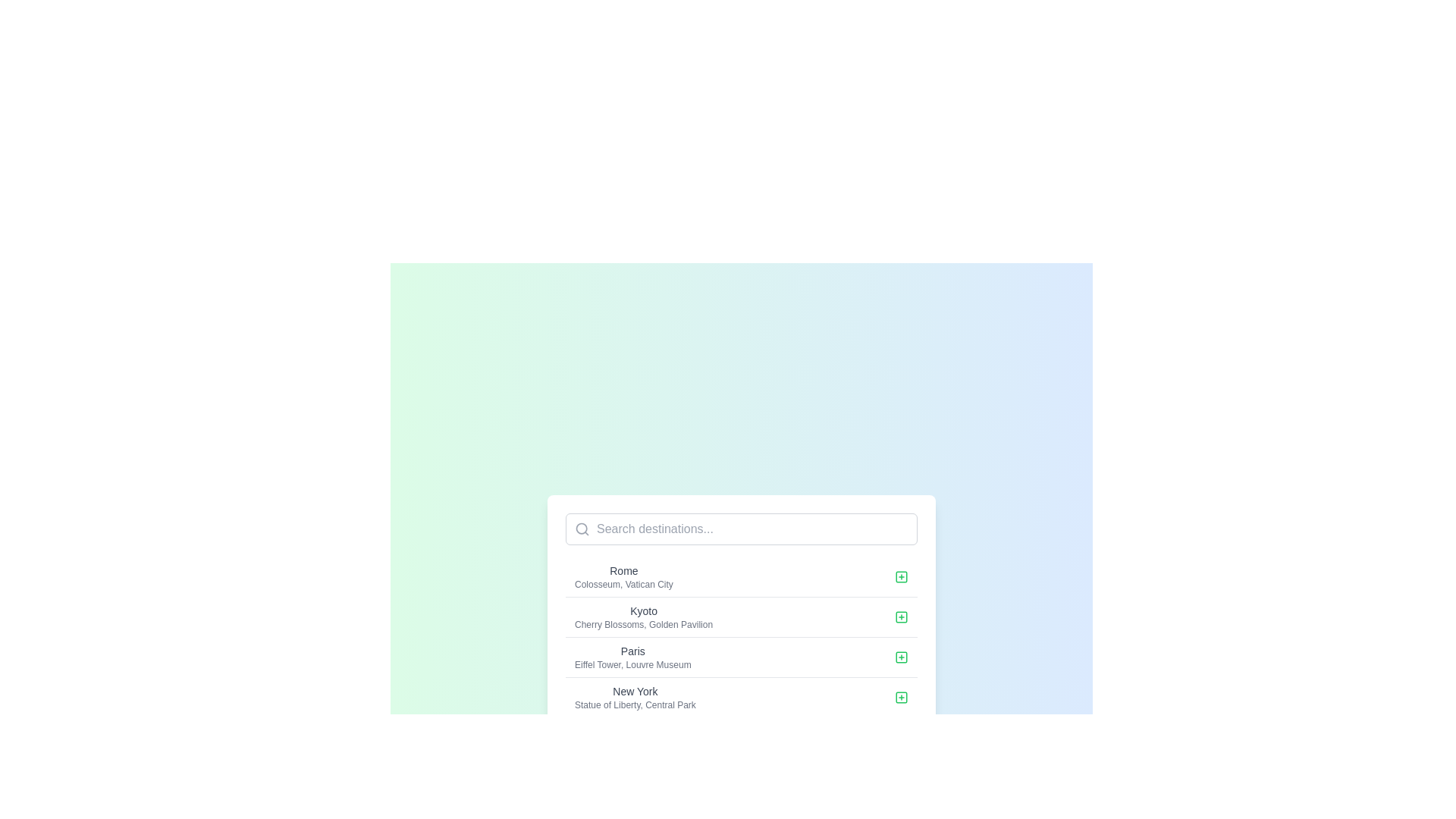  I want to click on the circular part of the magnifying glass icon located in the upper-left corner of the search input field, so click(581, 528).